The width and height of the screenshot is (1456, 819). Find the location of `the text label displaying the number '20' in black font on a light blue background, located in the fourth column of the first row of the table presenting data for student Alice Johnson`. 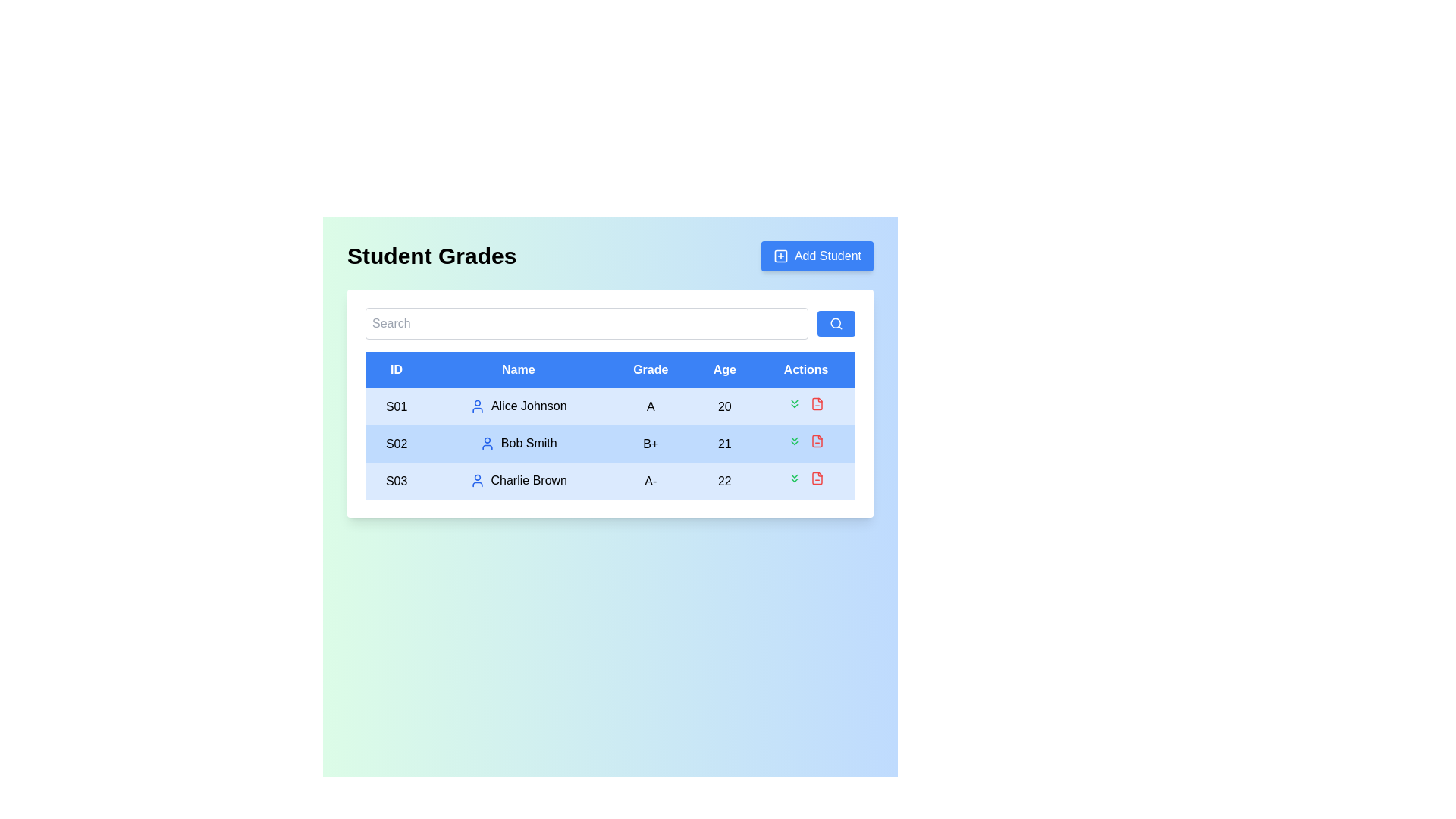

the text label displaying the number '20' in black font on a light blue background, located in the fourth column of the first row of the table presenting data for student Alice Johnson is located at coordinates (723, 406).